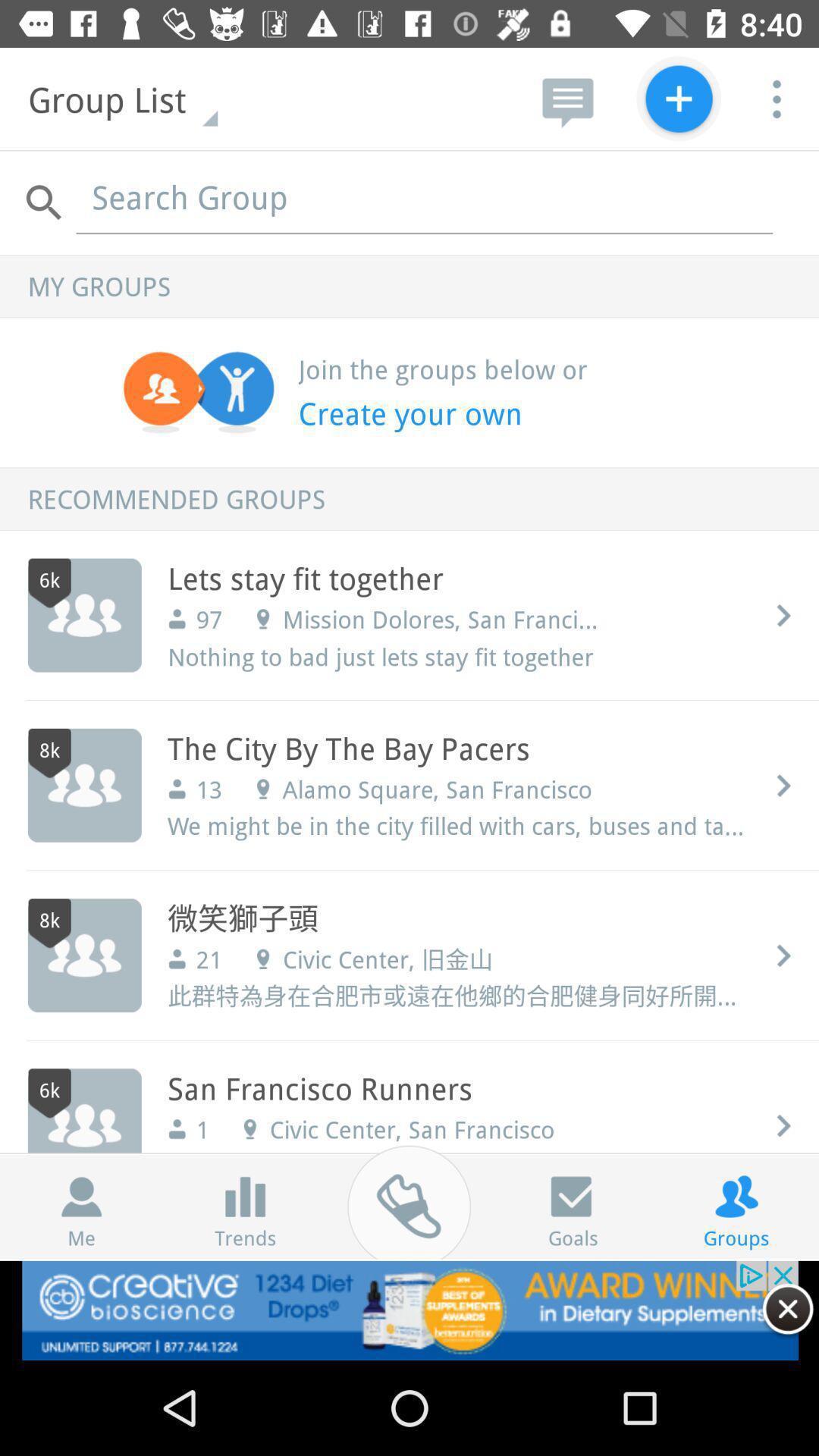  Describe the element at coordinates (678, 98) in the screenshot. I see `the add icon` at that location.